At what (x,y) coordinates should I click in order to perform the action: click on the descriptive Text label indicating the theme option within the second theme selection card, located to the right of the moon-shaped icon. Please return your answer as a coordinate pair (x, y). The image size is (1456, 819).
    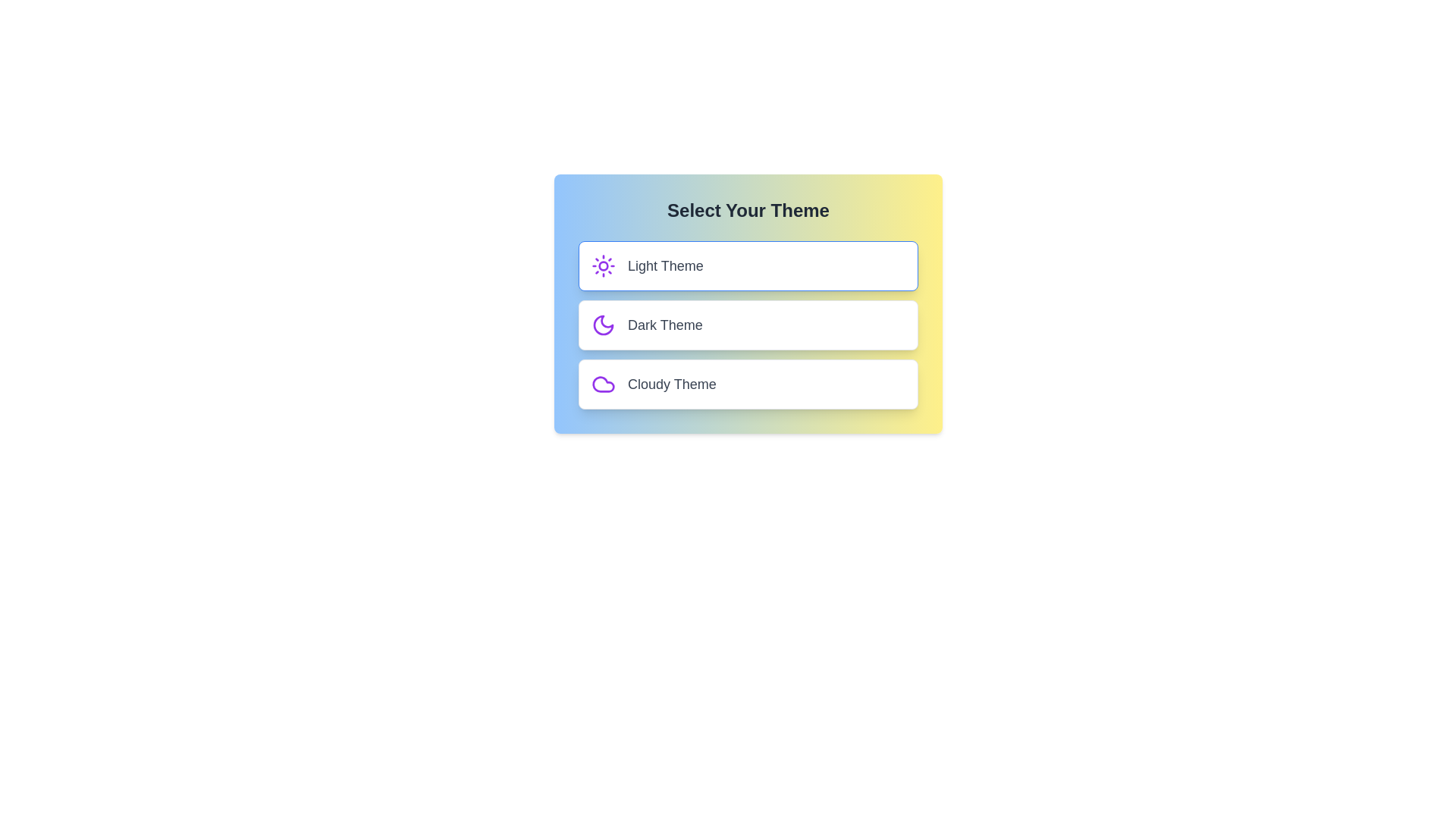
    Looking at the image, I should click on (665, 324).